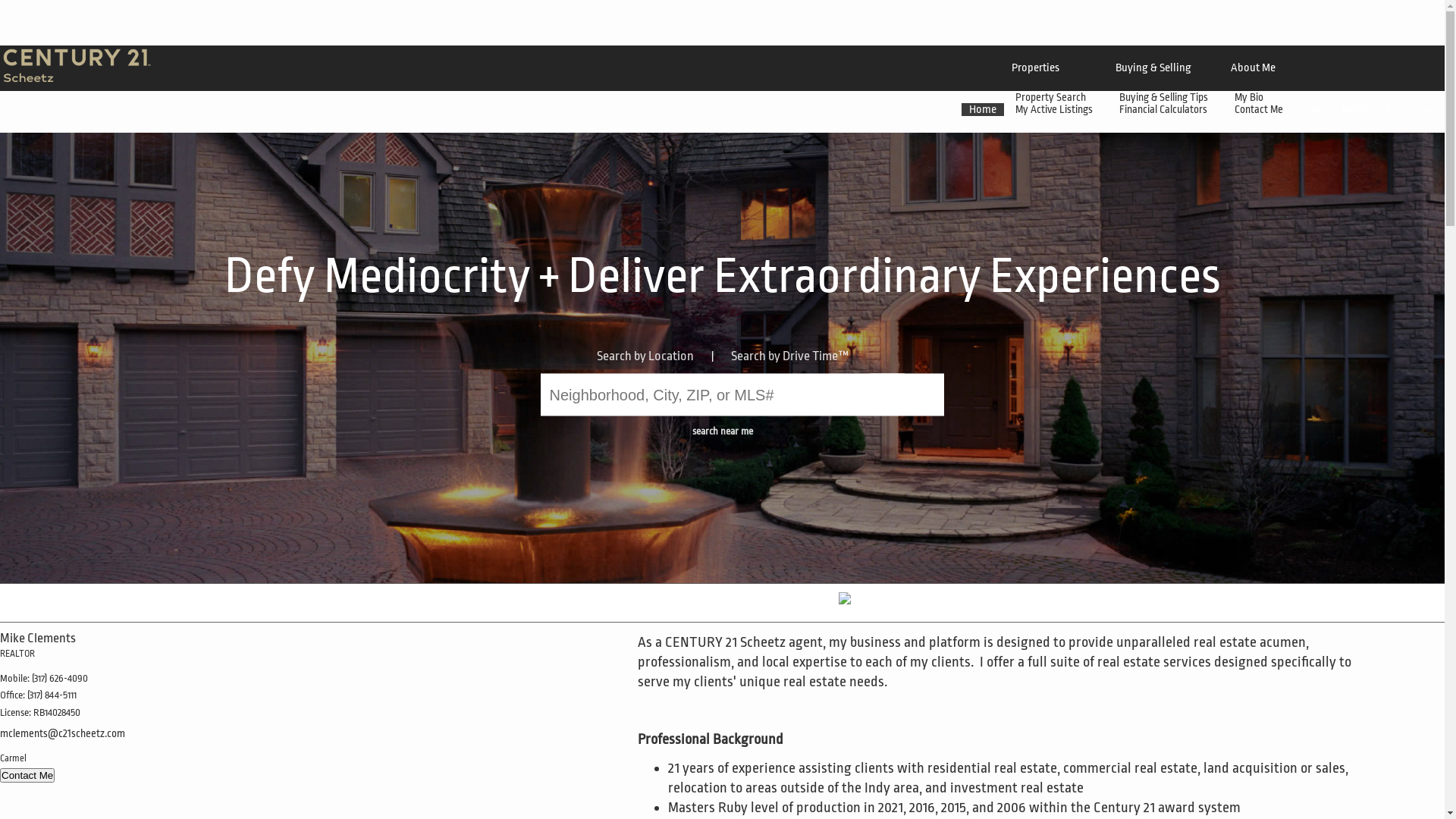 This screenshot has height=819, width=1456. What do you see at coordinates (1034, 67) in the screenshot?
I see `'Properties'` at bounding box center [1034, 67].